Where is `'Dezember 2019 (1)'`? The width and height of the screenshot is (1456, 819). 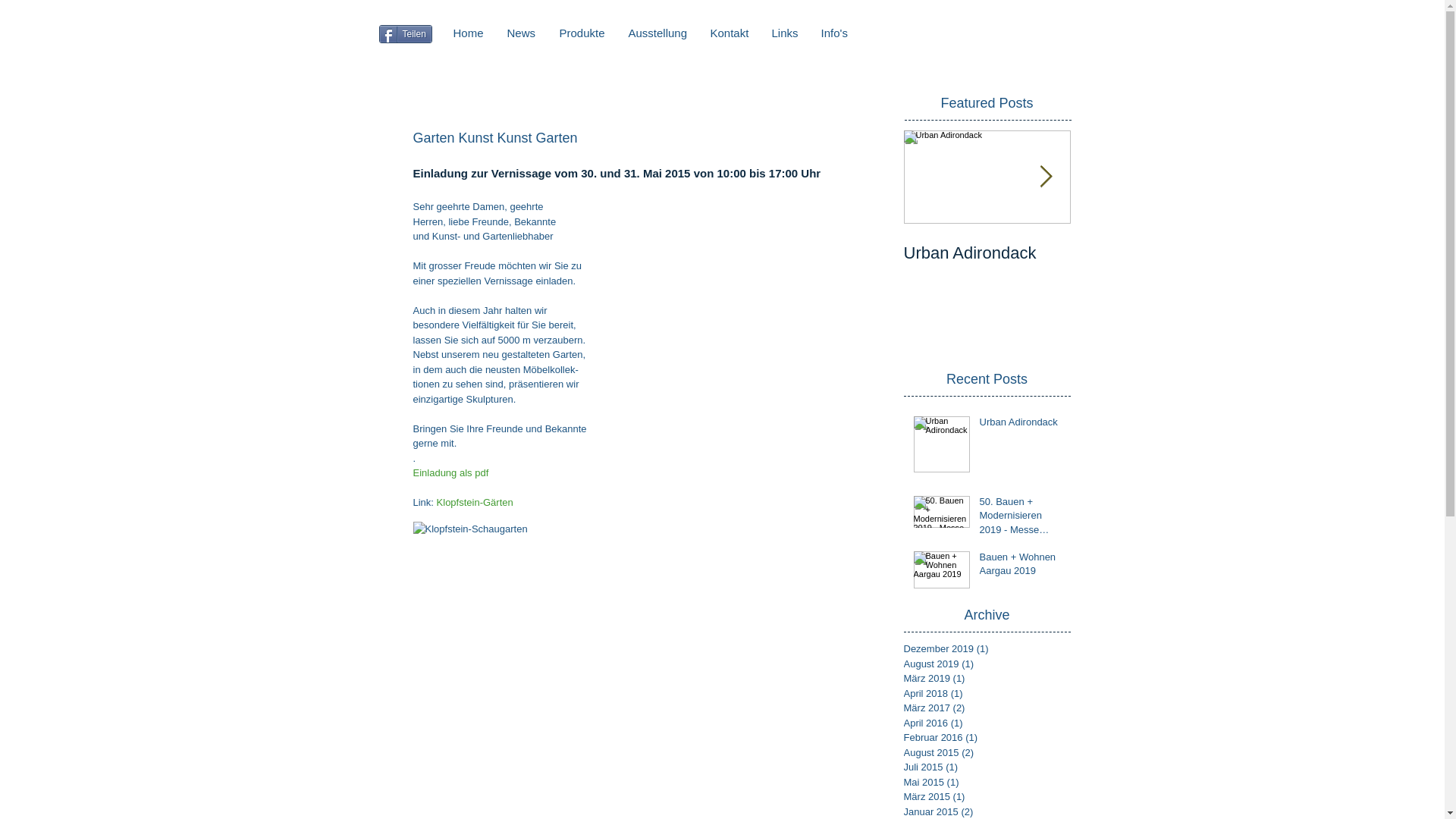 'Dezember 2019 (1)' is located at coordinates (983, 648).